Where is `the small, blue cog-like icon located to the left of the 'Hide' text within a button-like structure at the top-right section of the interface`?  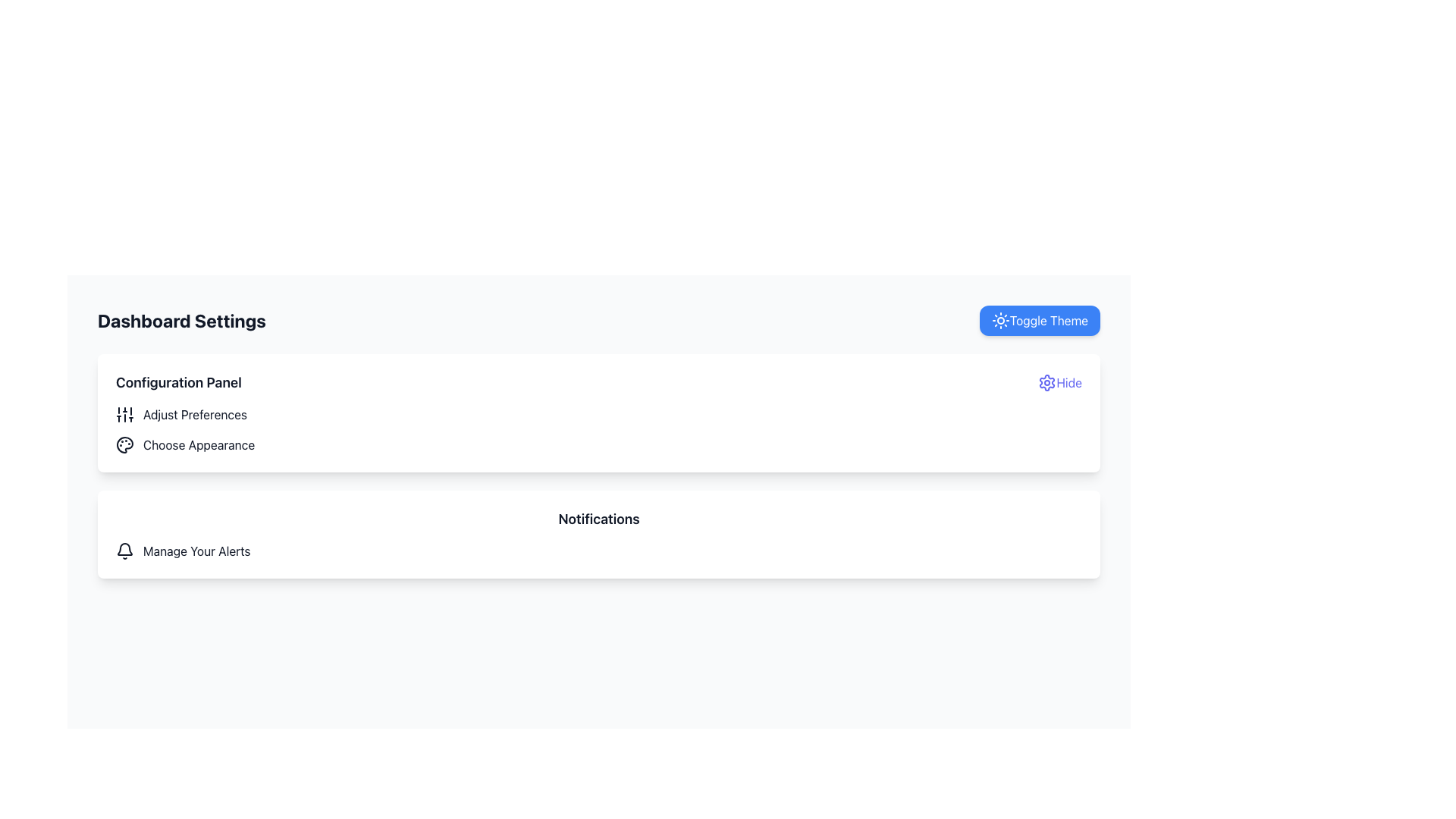
the small, blue cog-like icon located to the left of the 'Hide' text within a button-like structure at the top-right section of the interface is located at coordinates (1046, 382).